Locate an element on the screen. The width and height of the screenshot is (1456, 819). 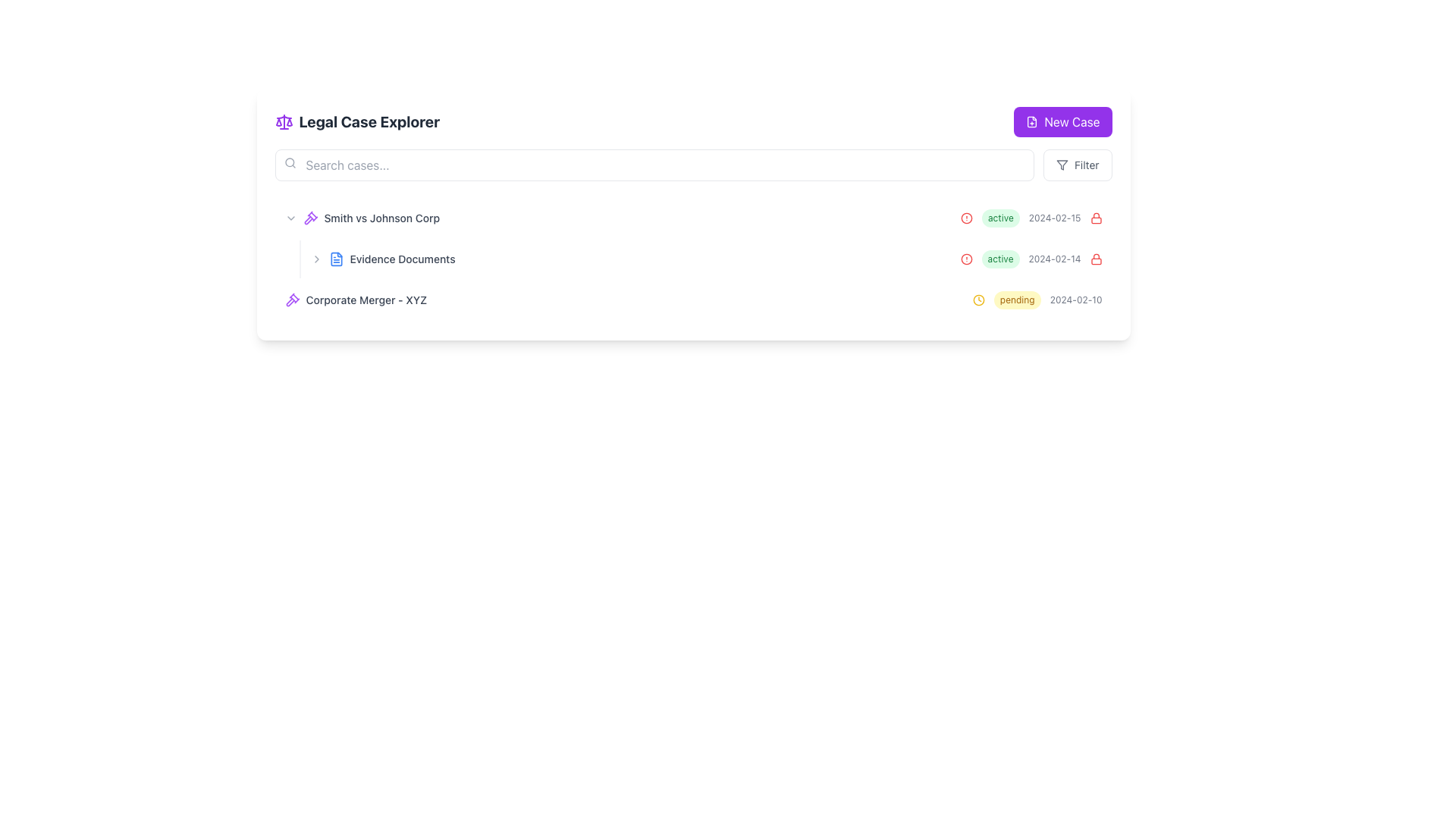
the Decorative SVG icon representing a filter located in the top-right section of the interface, adjacent to the 'Filter' text label is located at coordinates (1062, 165).